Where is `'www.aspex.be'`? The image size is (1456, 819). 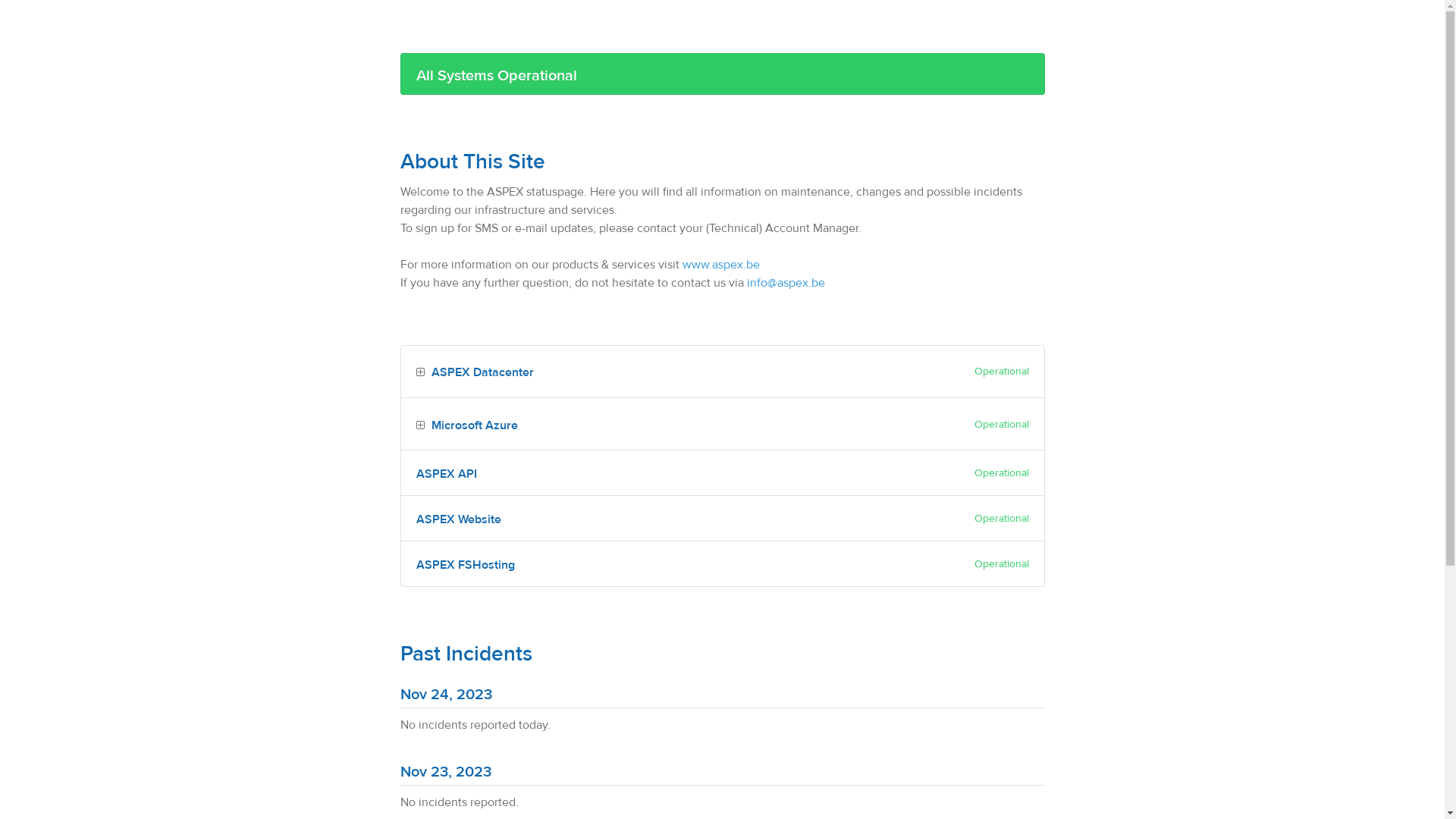
'www.aspex.be' is located at coordinates (720, 263).